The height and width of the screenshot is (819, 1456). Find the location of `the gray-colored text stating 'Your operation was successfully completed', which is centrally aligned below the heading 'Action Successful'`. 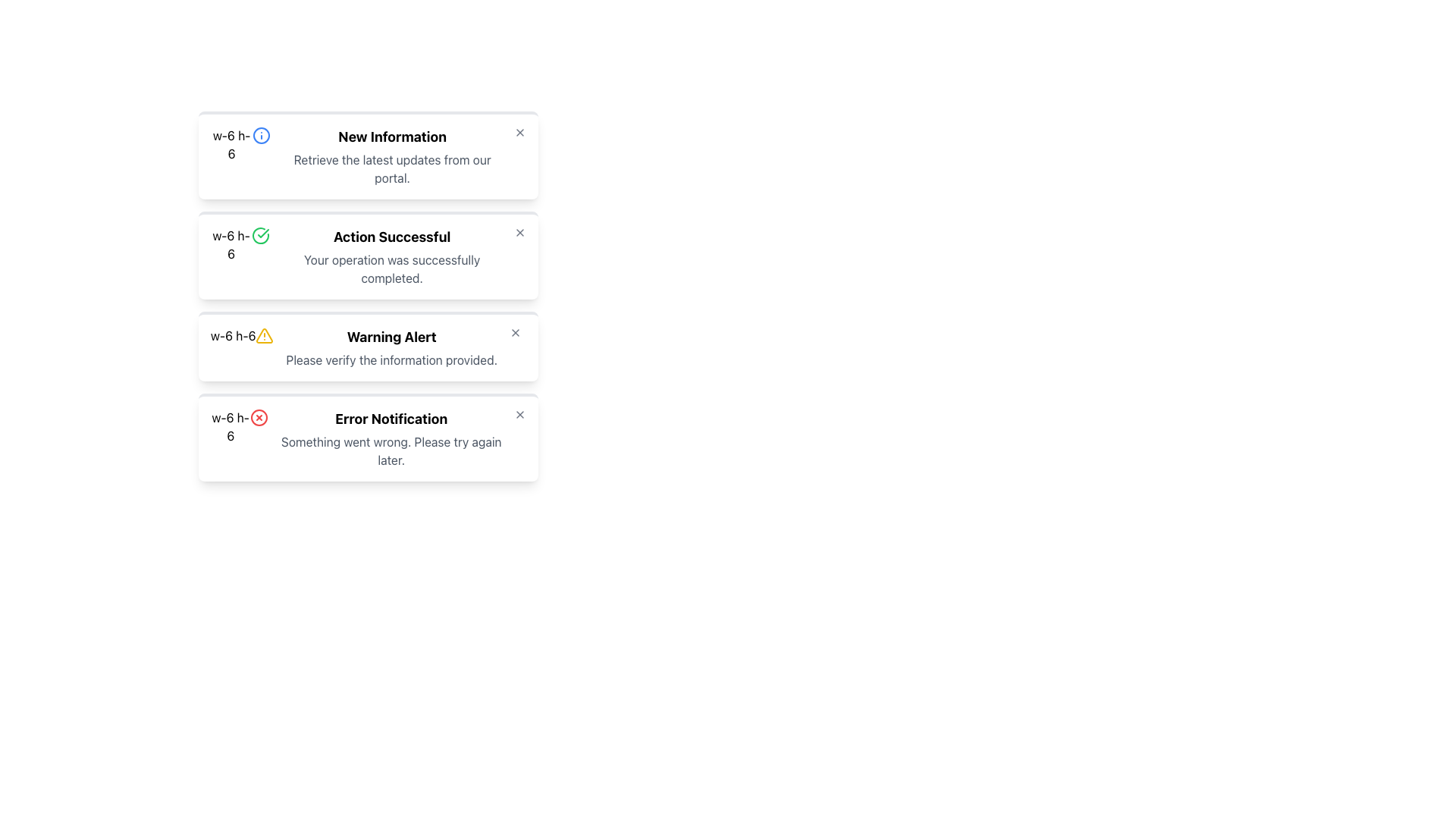

the gray-colored text stating 'Your operation was successfully completed', which is centrally aligned below the heading 'Action Successful' is located at coordinates (392, 268).